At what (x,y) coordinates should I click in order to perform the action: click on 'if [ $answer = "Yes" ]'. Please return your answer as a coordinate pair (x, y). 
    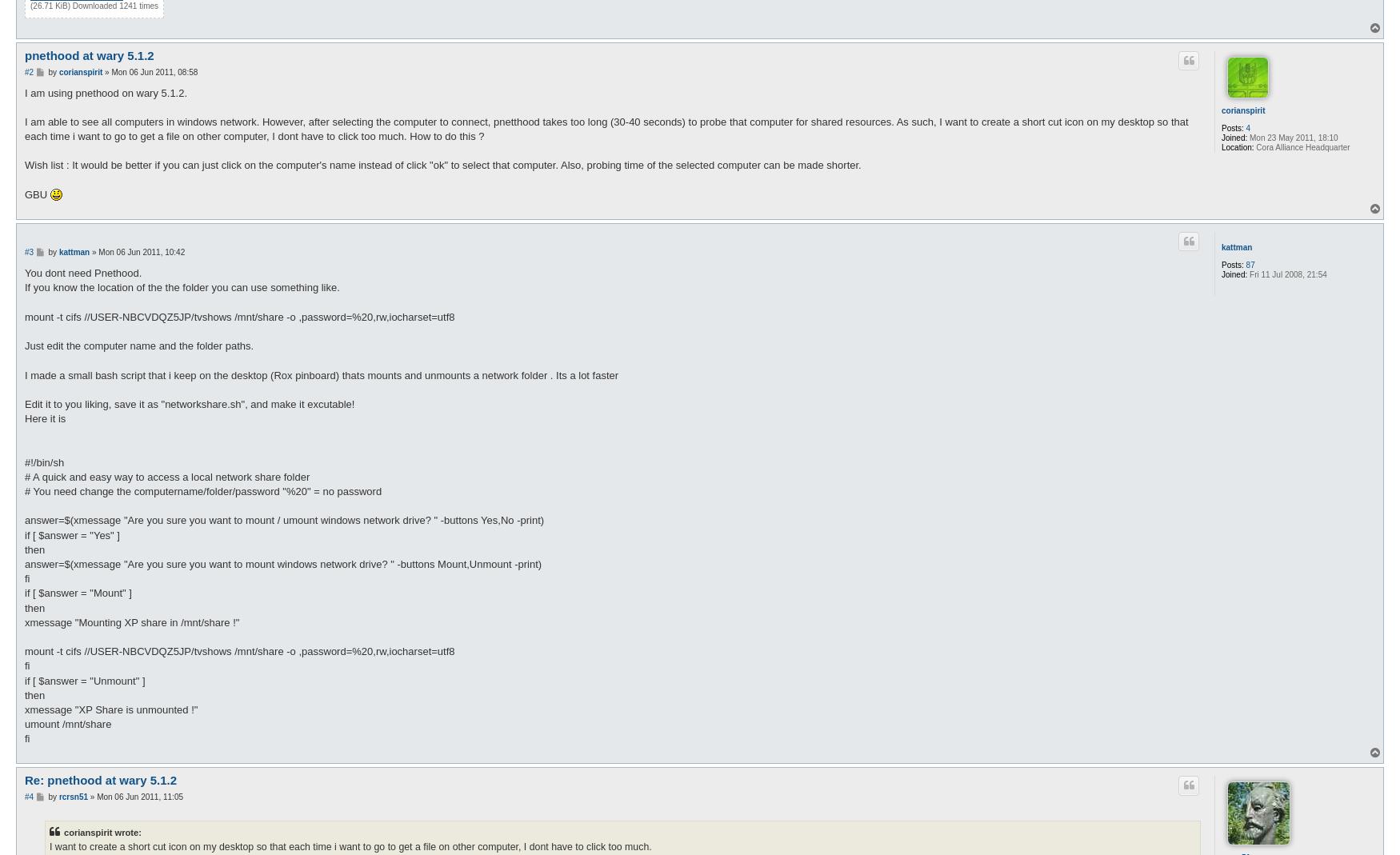
    Looking at the image, I should click on (71, 533).